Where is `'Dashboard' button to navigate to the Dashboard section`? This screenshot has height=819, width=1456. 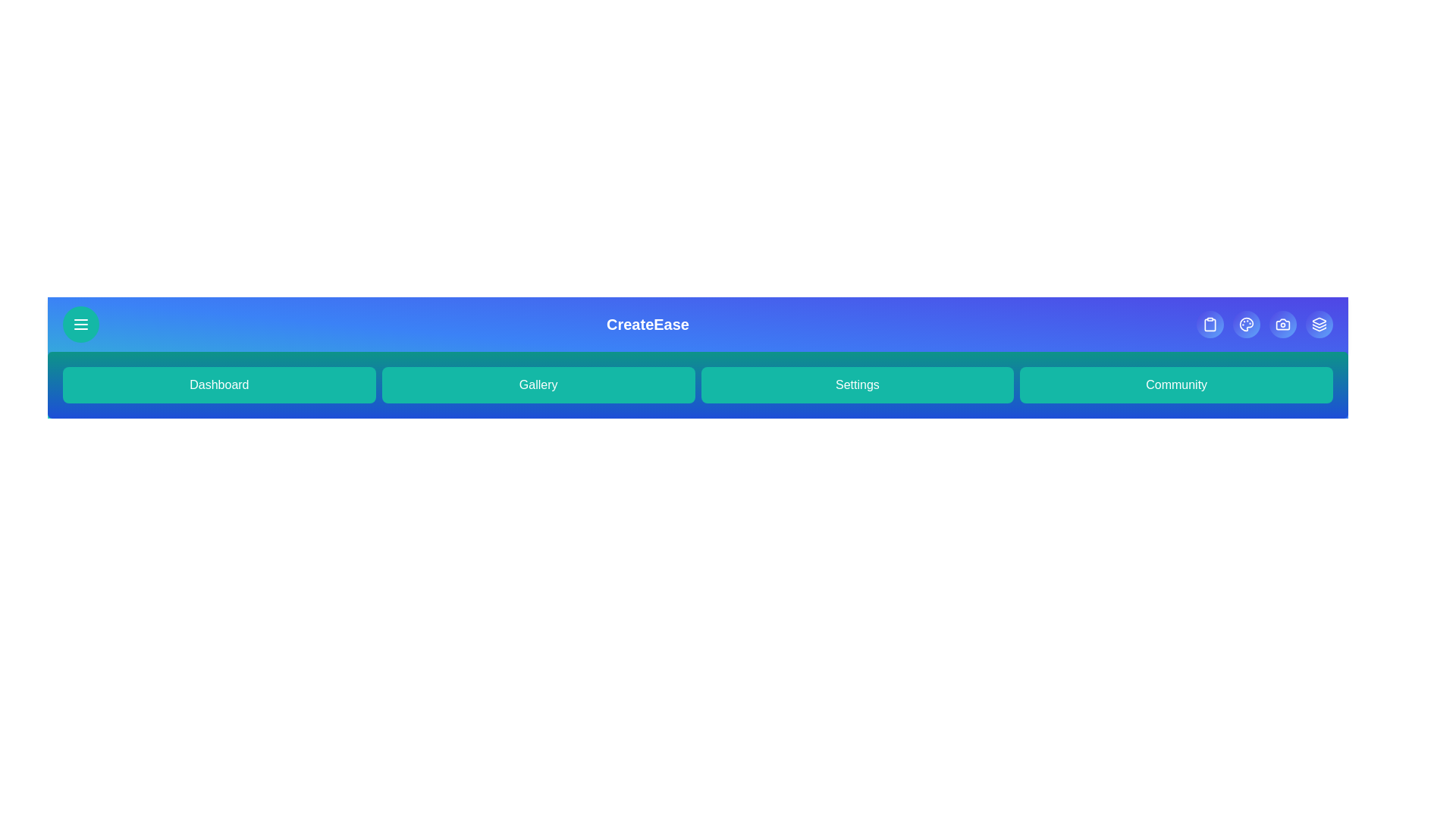
'Dashboard' button to navigate to the Dashboard section is located at coordinates (218, 384).